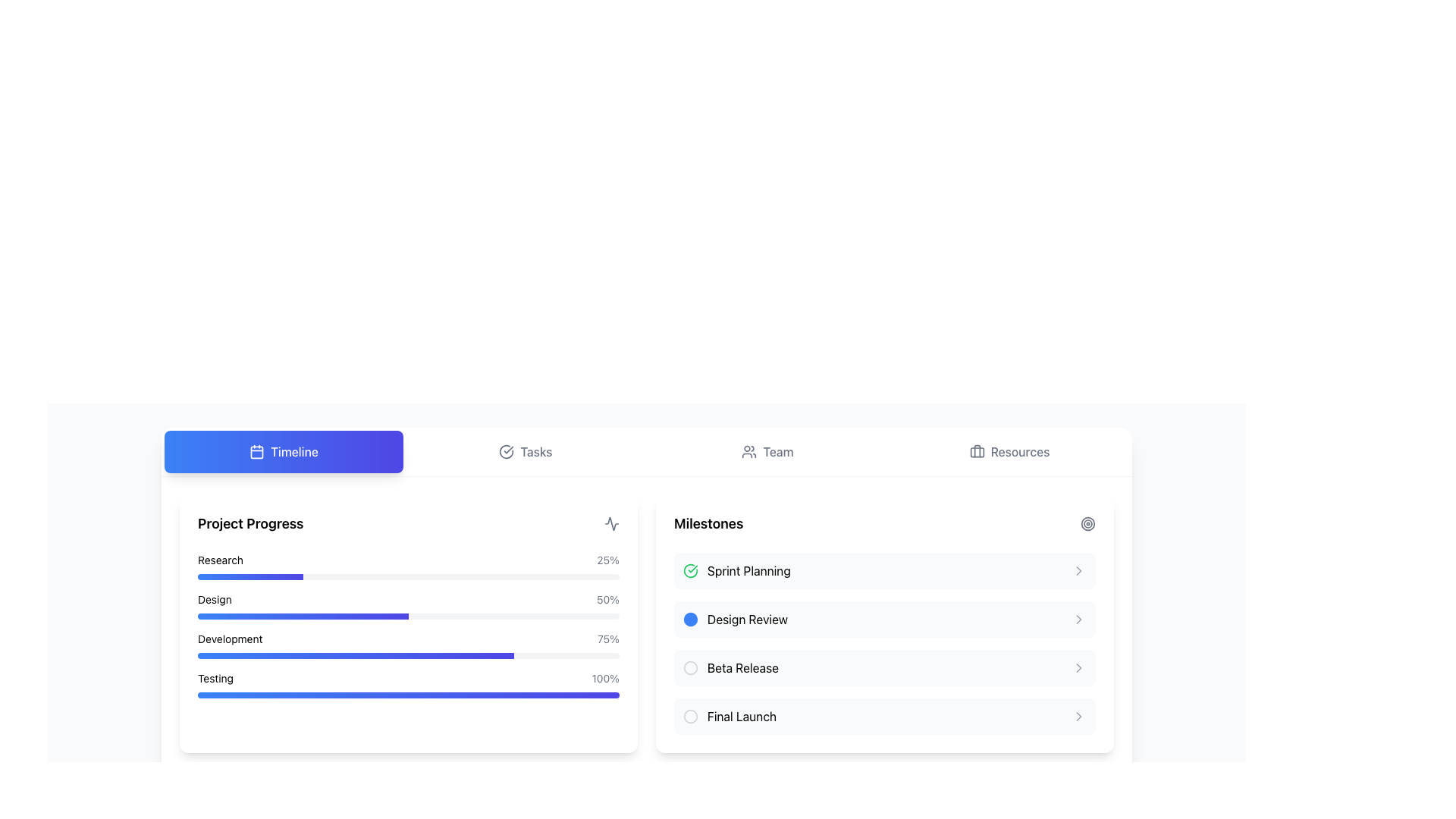 The height and width of the screenshot is (819, 1456). I want to click on the briefcase icon located within the 'Resources' button, so click(976, 451).